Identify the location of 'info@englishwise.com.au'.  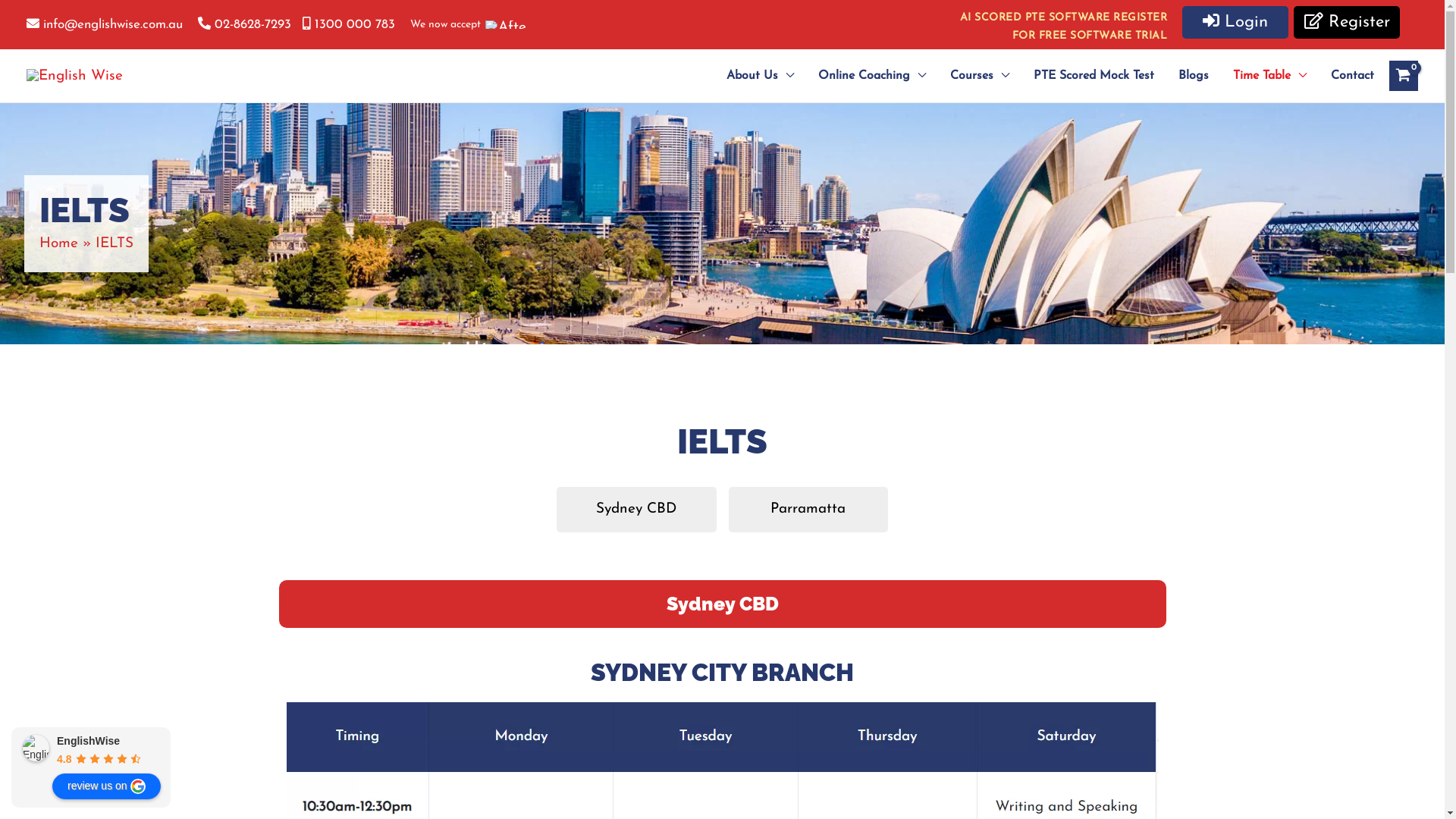
(26, 24).